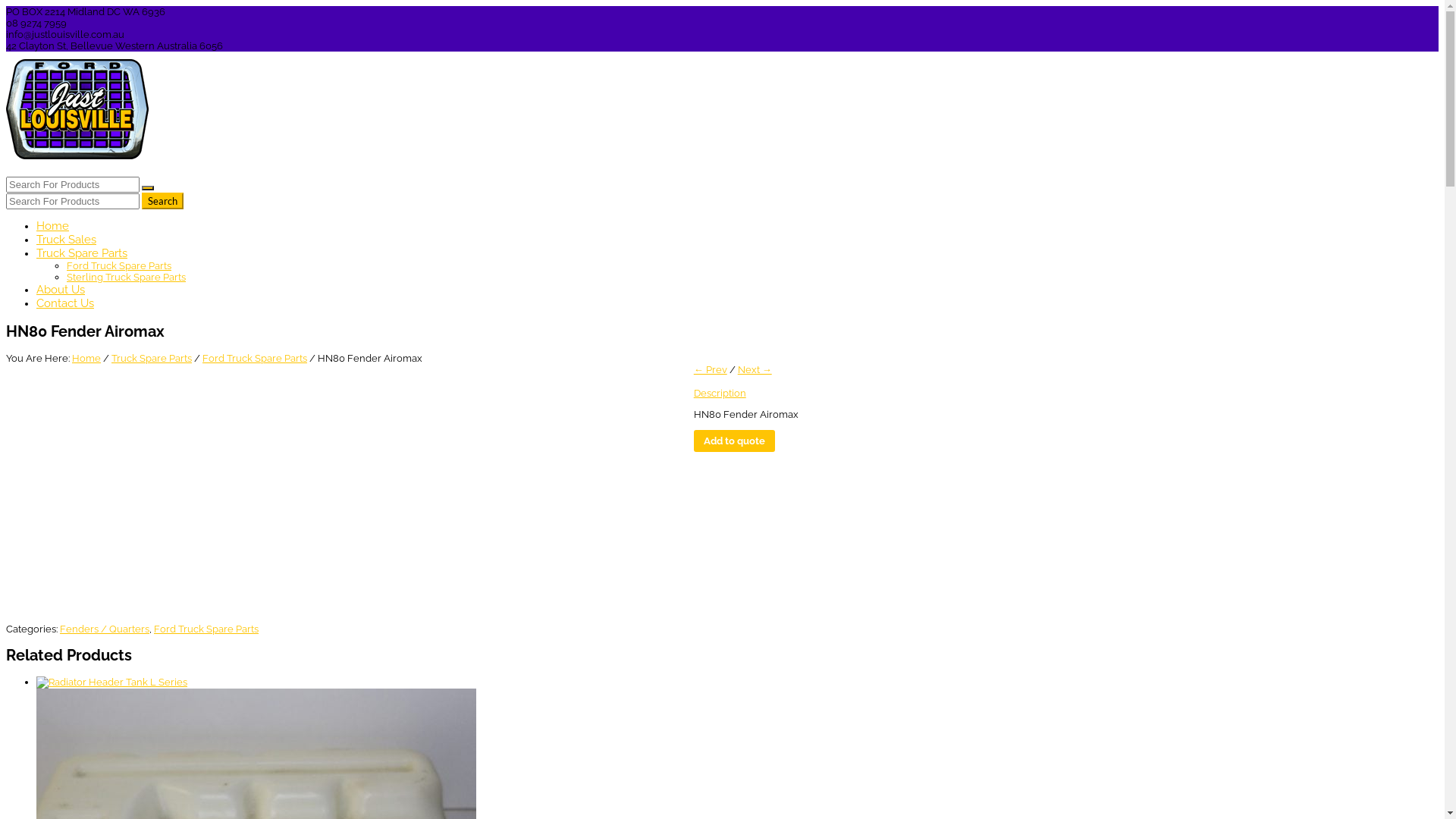 This screenshot has height=819, width=1456. What do you see at coordinates (80, 253) in the screenshot?
I see `'Truck Spare Parts'` at bounding box center [80, 253].